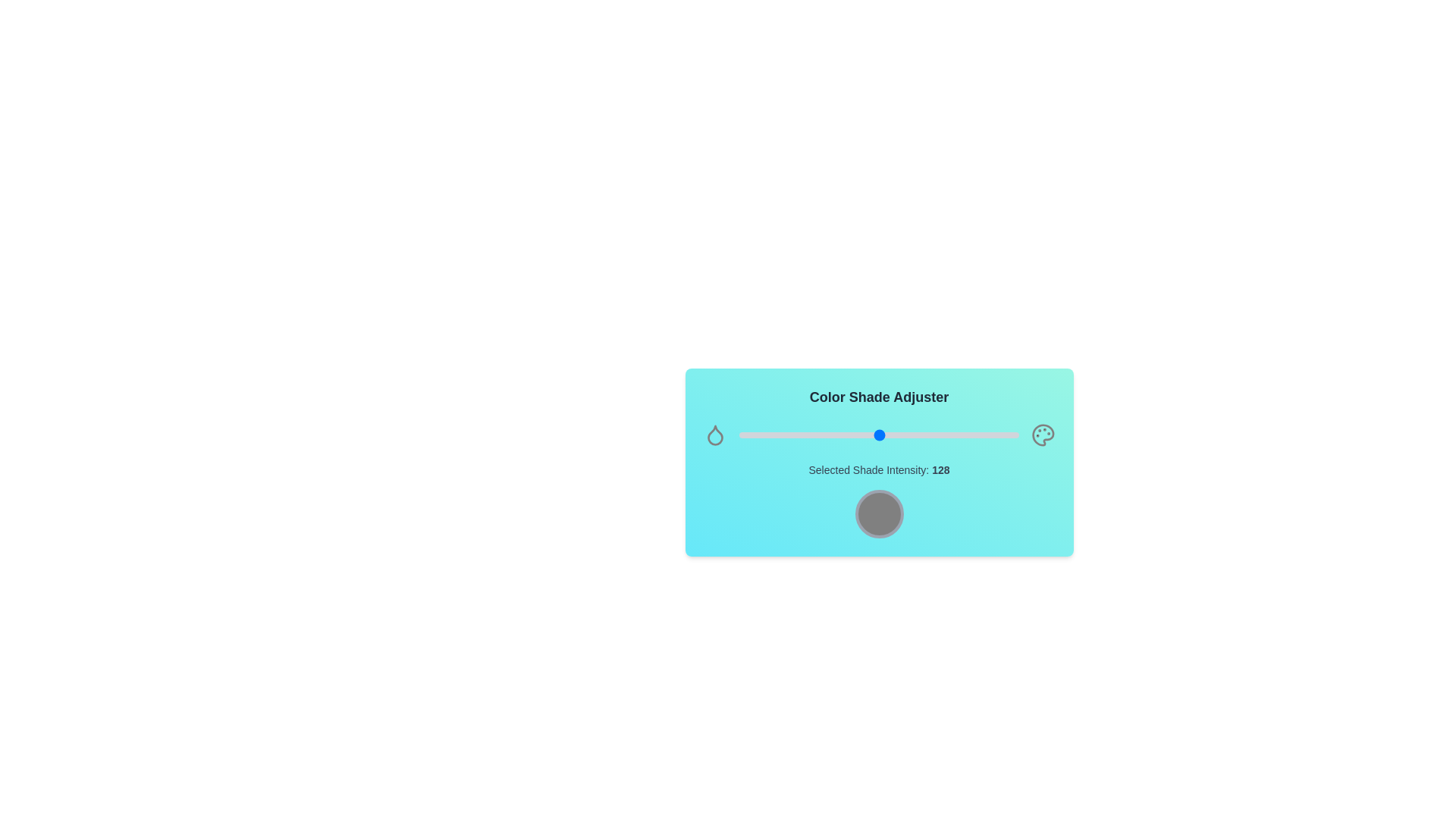  Describe the element at coordinates (790, 435) in the screenshot. I see `the shade intensity to 47 using the slider` at that location.